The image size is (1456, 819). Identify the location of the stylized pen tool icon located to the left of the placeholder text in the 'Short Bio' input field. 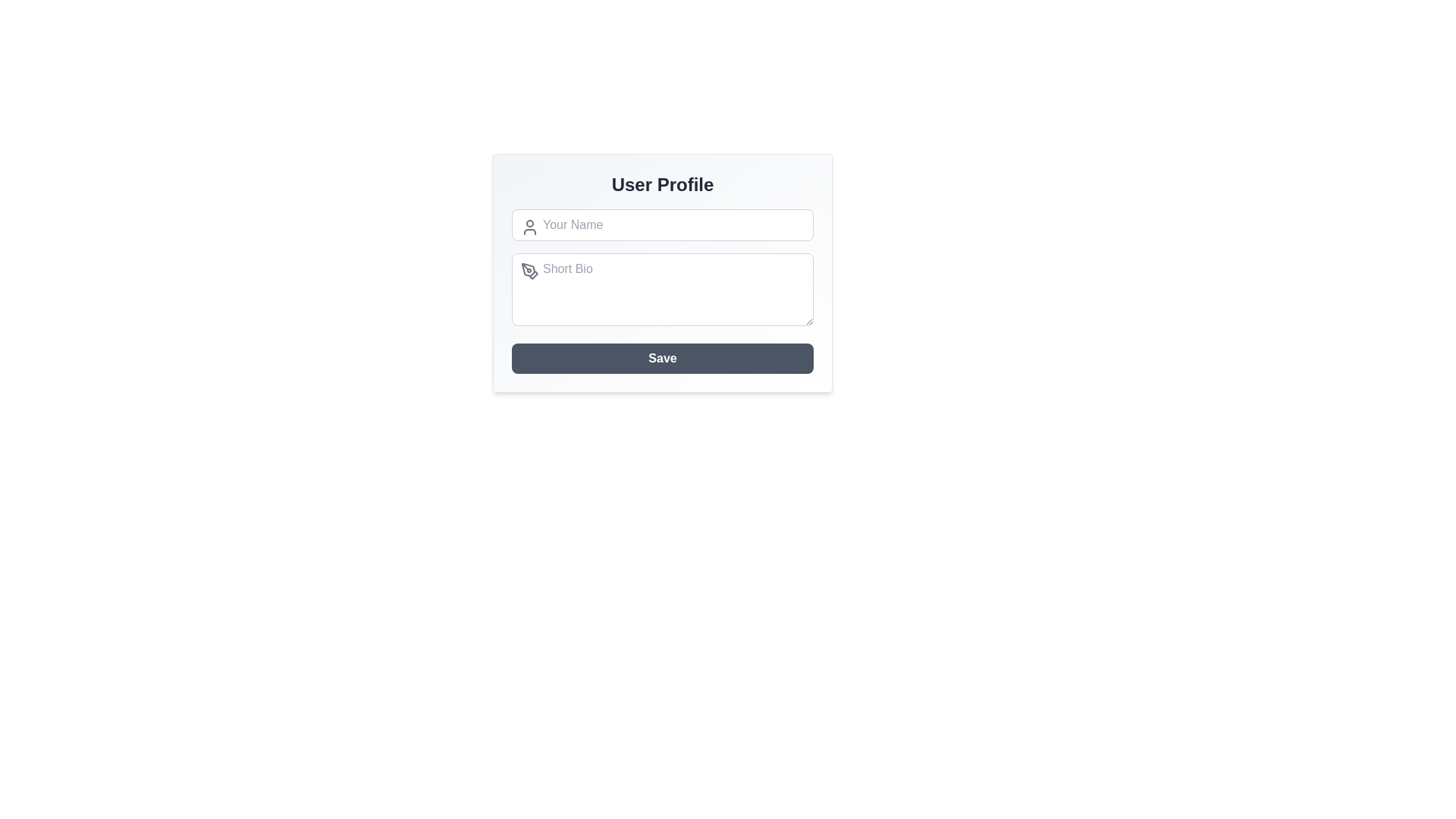
(534, 275).